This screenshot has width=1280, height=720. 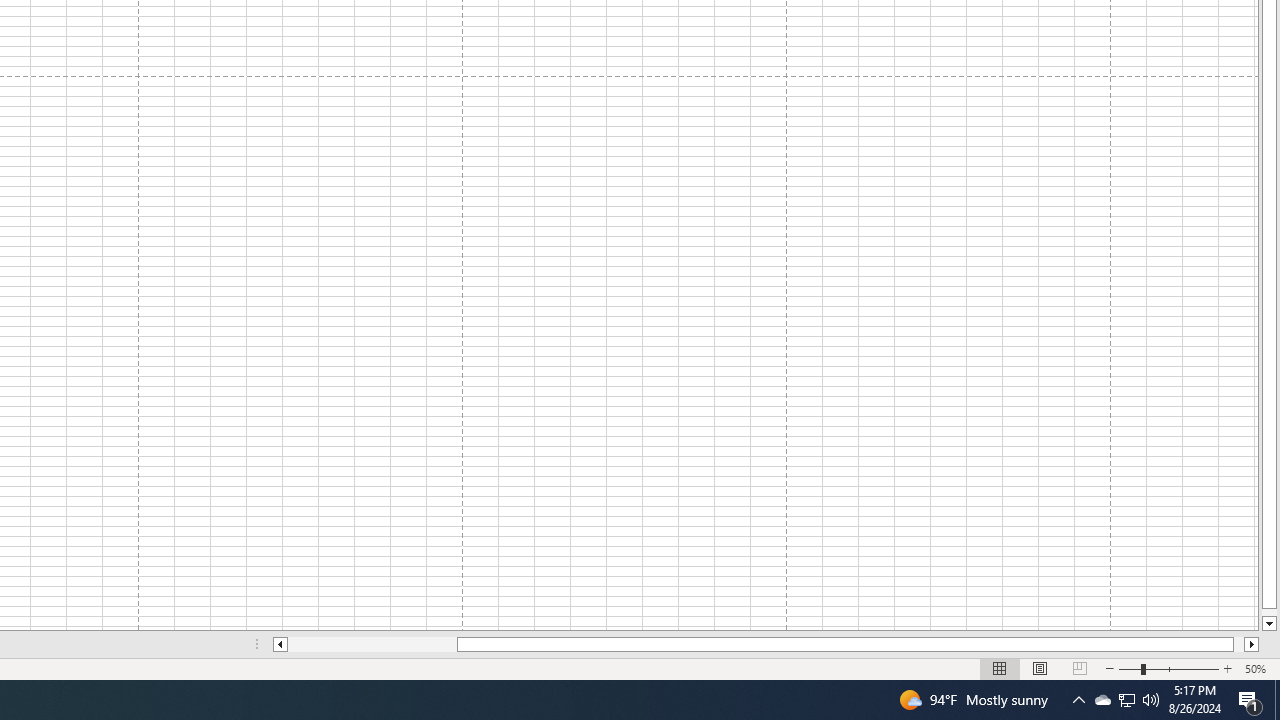 I want to click on 'Page right', so click(x=1238, y=644).